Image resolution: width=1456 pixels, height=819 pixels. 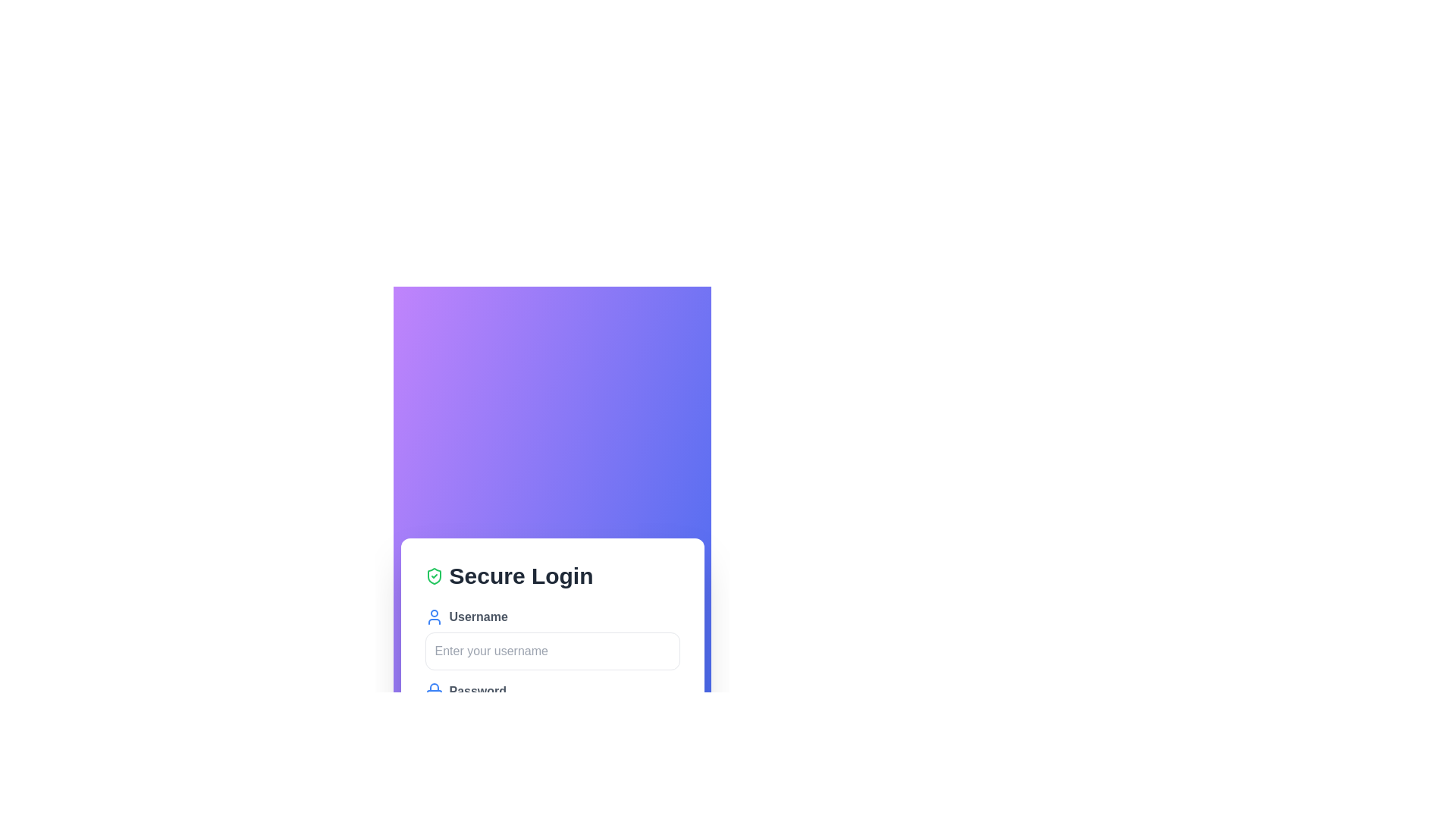 What do you see at coordinates (433, 576) in the screenshot?
I see `the security icon located at the top left corner of the login frame, adjacent to the 'Secure Login' text heading for visual confirmation` at bounding box center [433, 576].